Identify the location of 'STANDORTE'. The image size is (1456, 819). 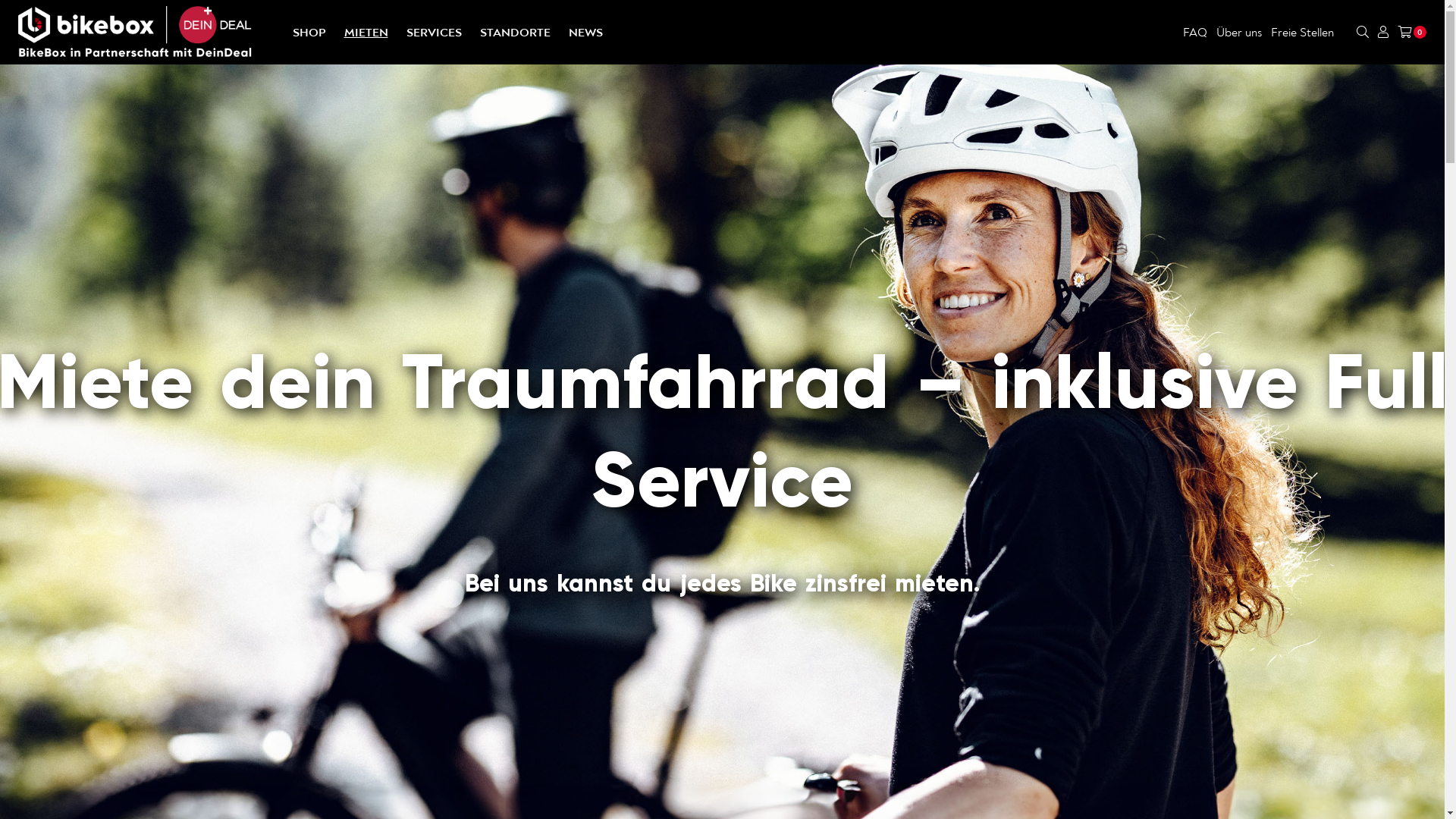
(514, 32).